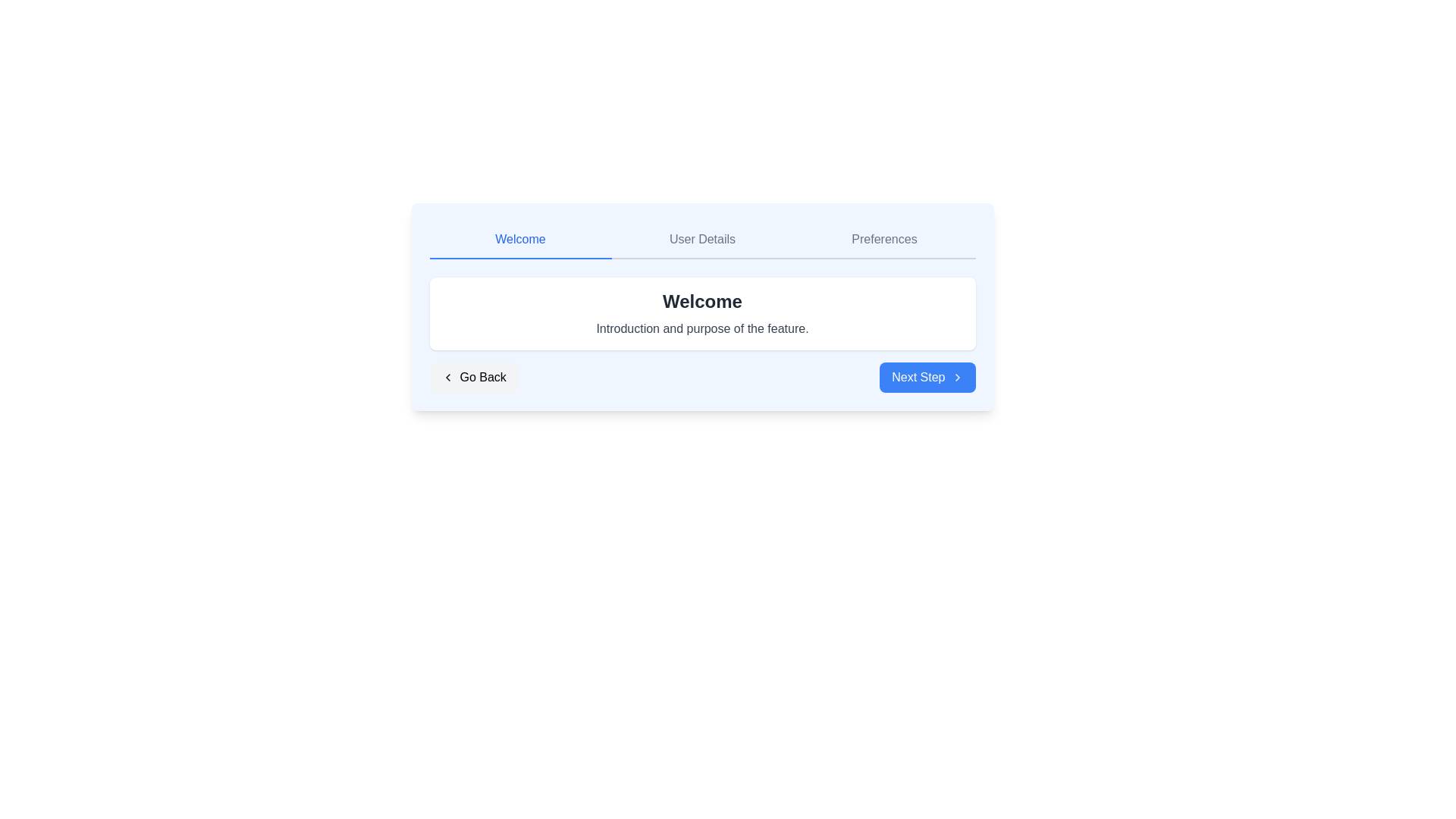  What do you see at coordinates (884, 239) in the screenshot?
I see `the 'Preferences' tab, which is the third tab in a horizontal sequence of tabs styled with gray text and underline` at bounding box center [884, 239].